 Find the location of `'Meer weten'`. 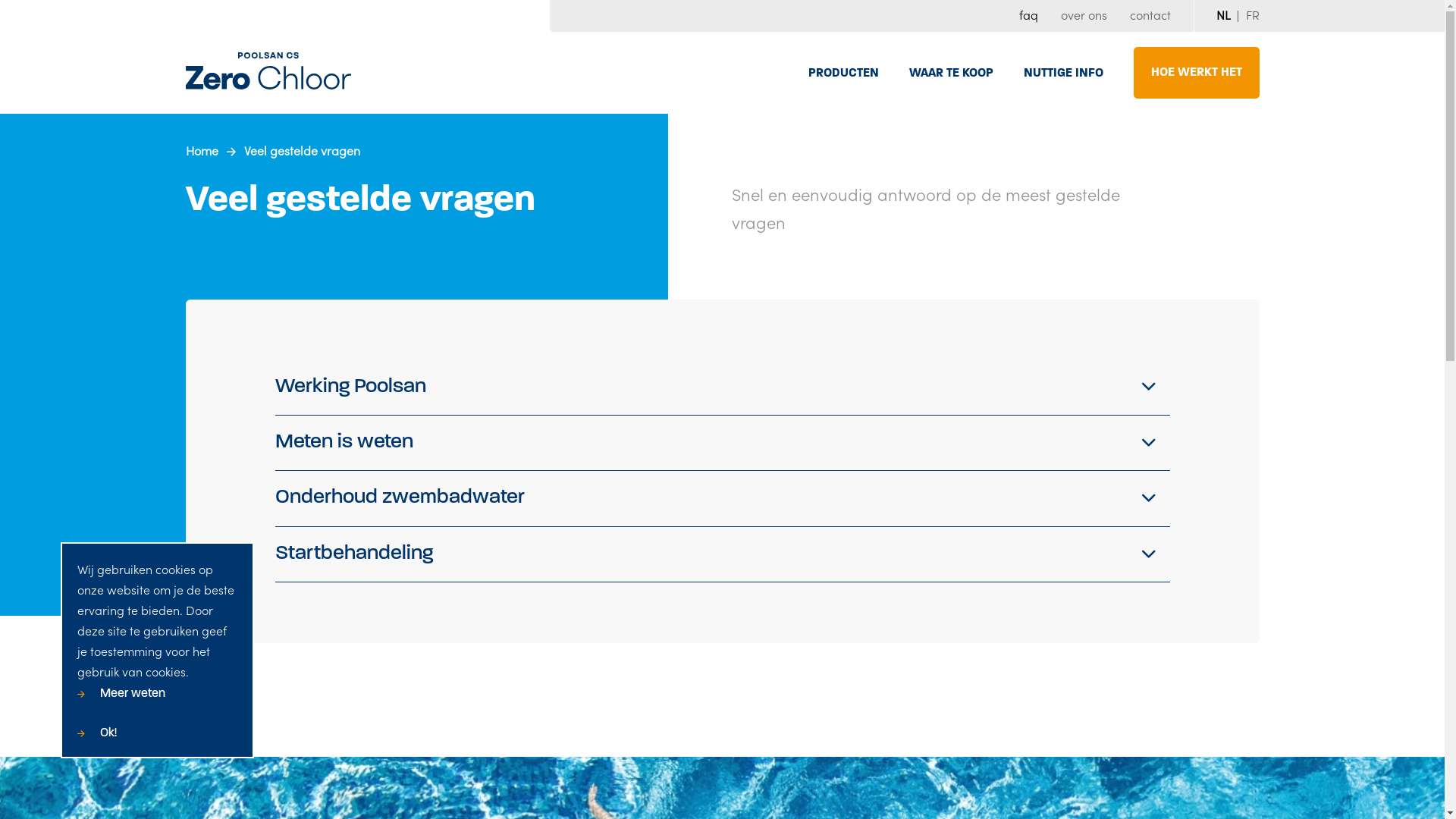

'Meer weten' is located at coordinates (76, 693).